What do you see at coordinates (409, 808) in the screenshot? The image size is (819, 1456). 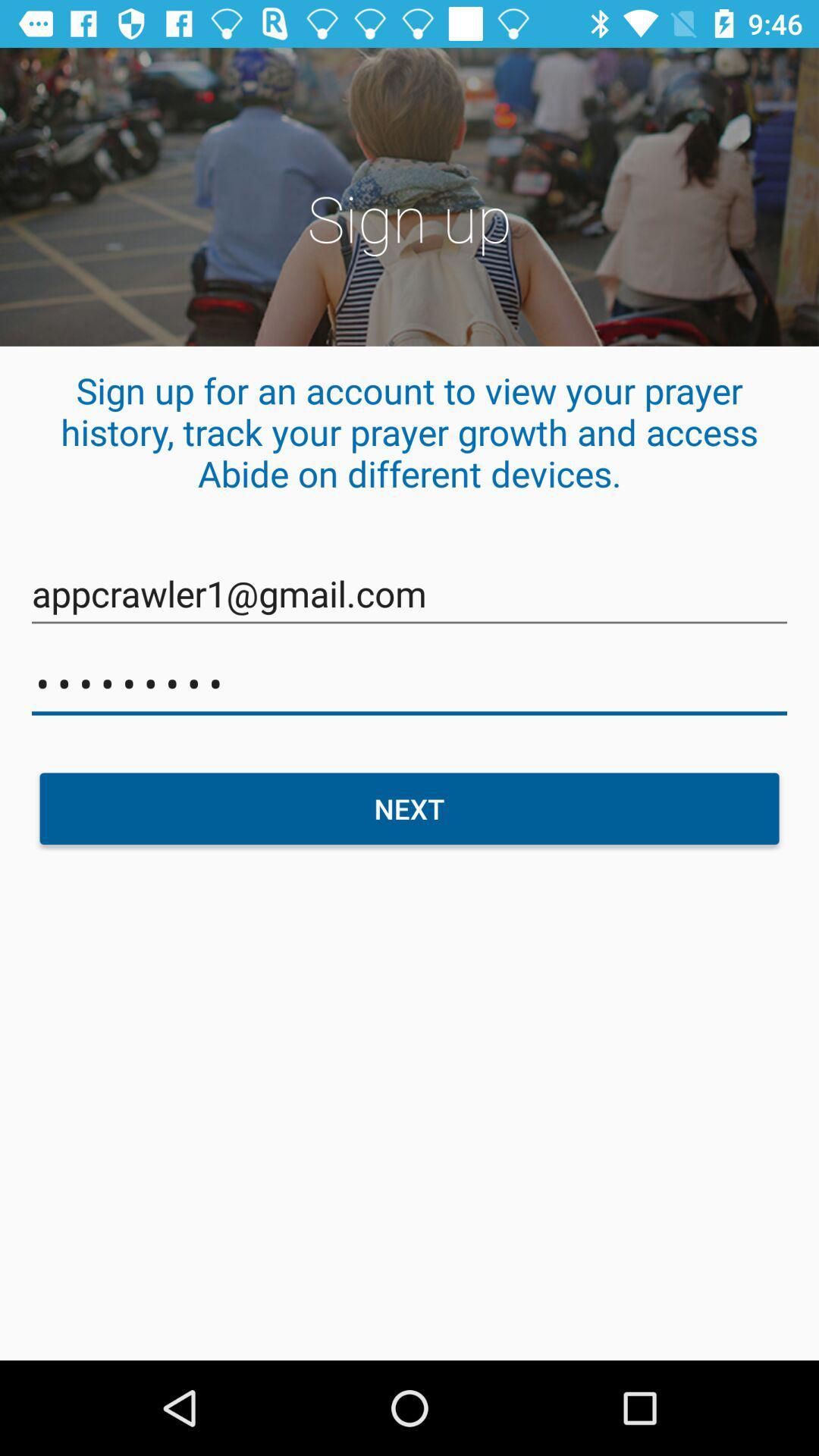 I see `the item below the crowd3116 item` at bounding box center [409, 808].